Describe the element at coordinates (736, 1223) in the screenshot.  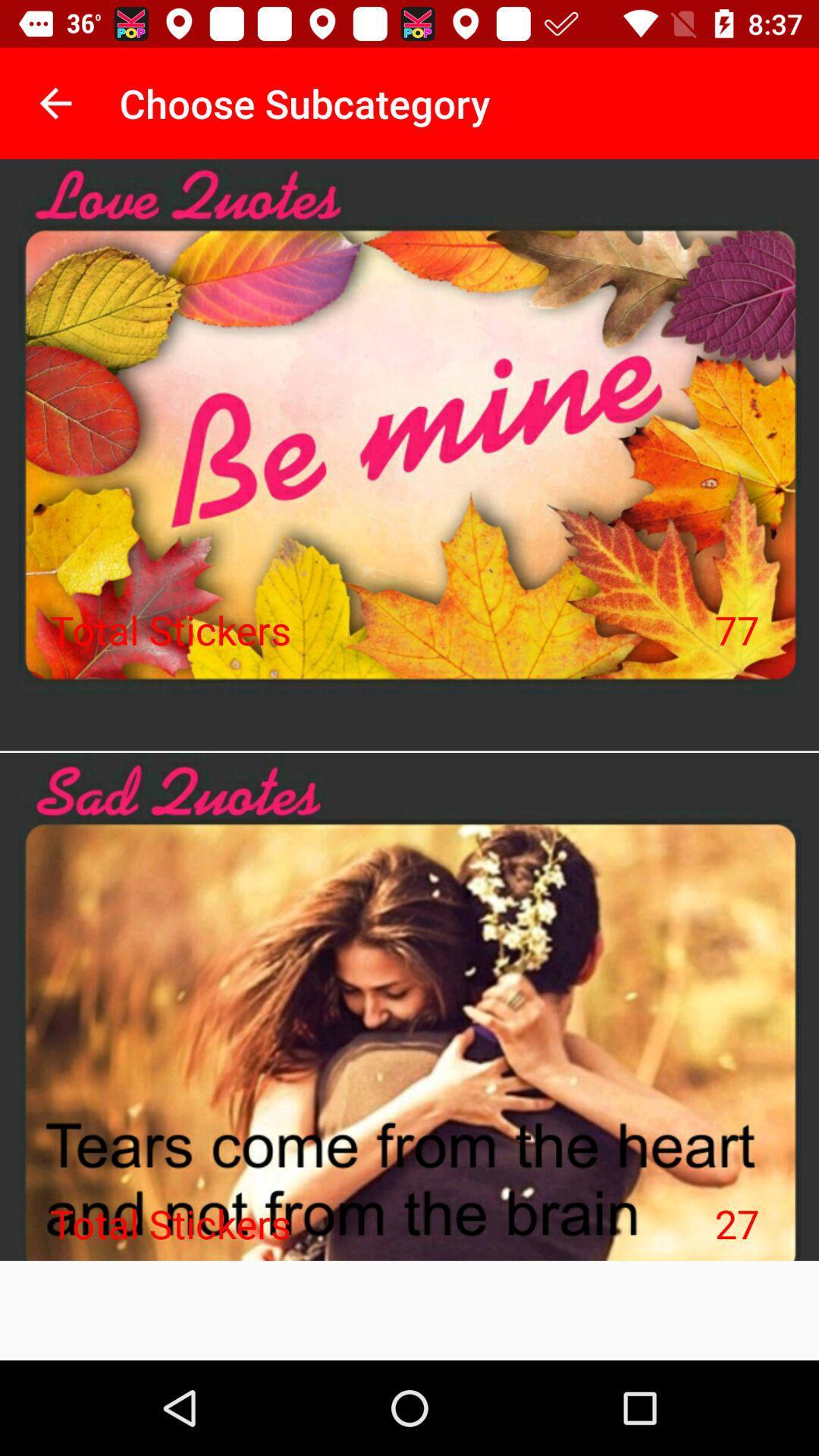
I see `the 27 item` at that location.